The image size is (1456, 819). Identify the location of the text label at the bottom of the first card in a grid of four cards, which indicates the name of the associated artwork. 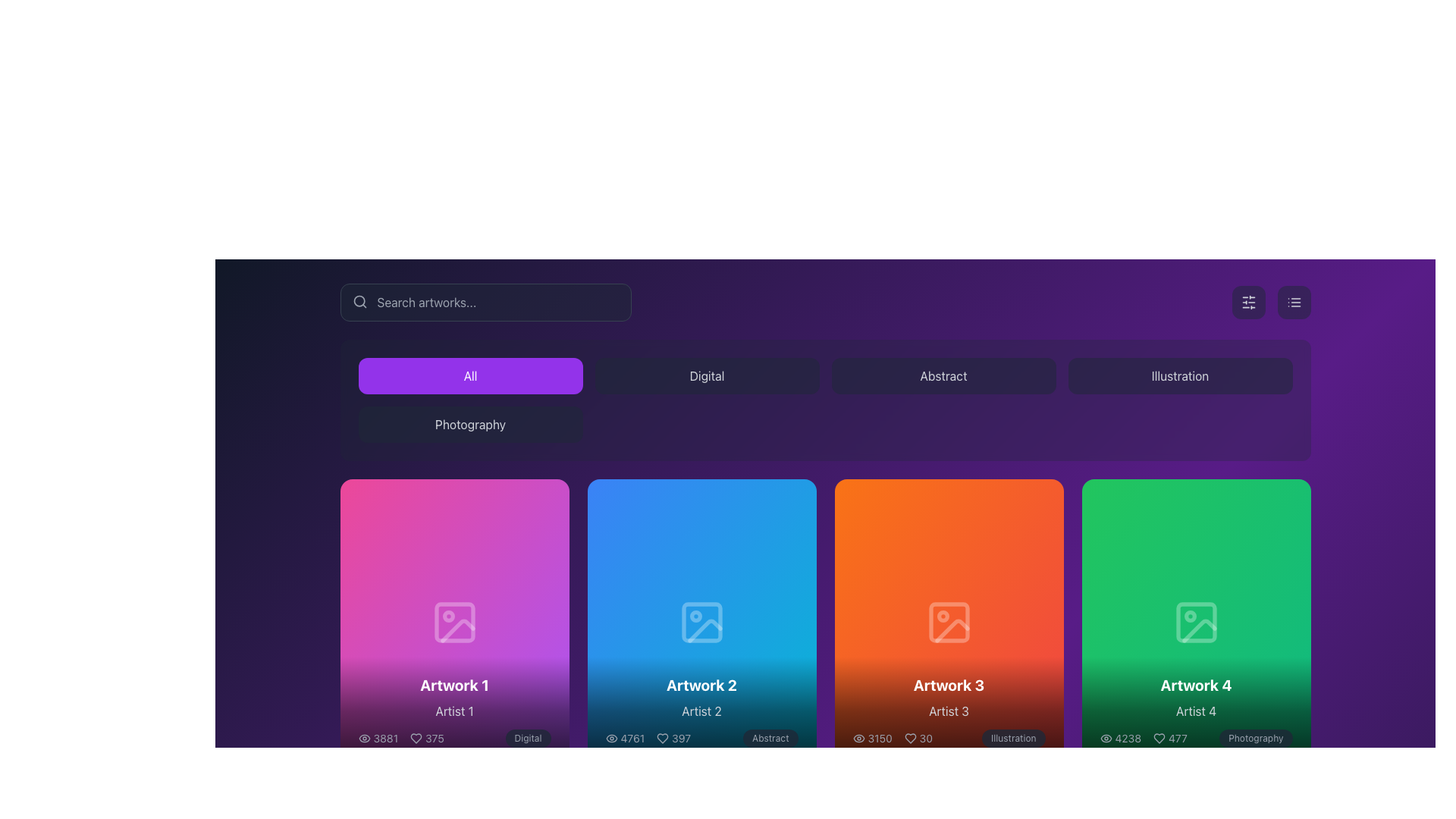
(453, 685).